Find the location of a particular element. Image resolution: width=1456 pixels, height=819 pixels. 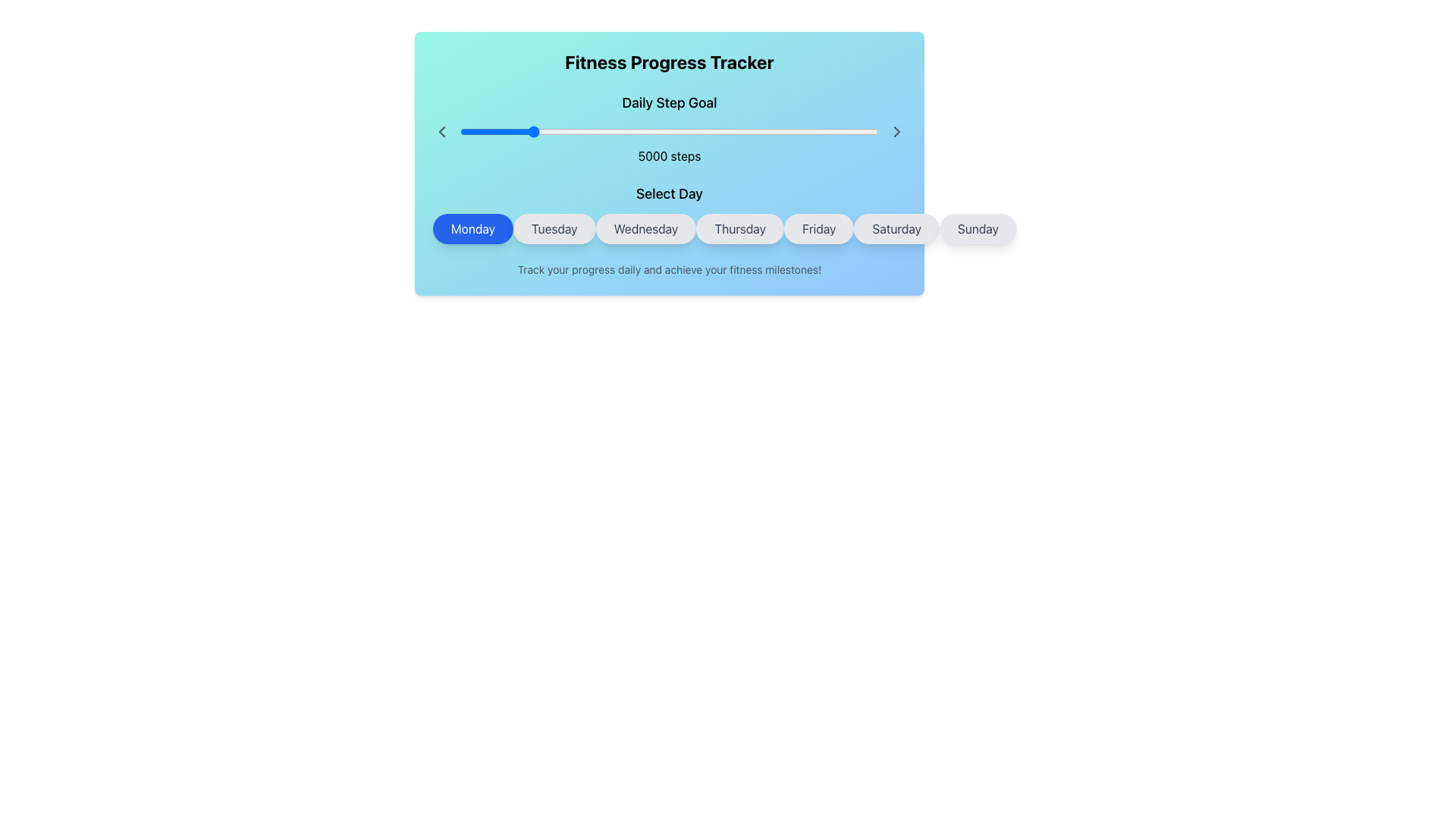

the daily step goal is located at coordinates (506, 130).